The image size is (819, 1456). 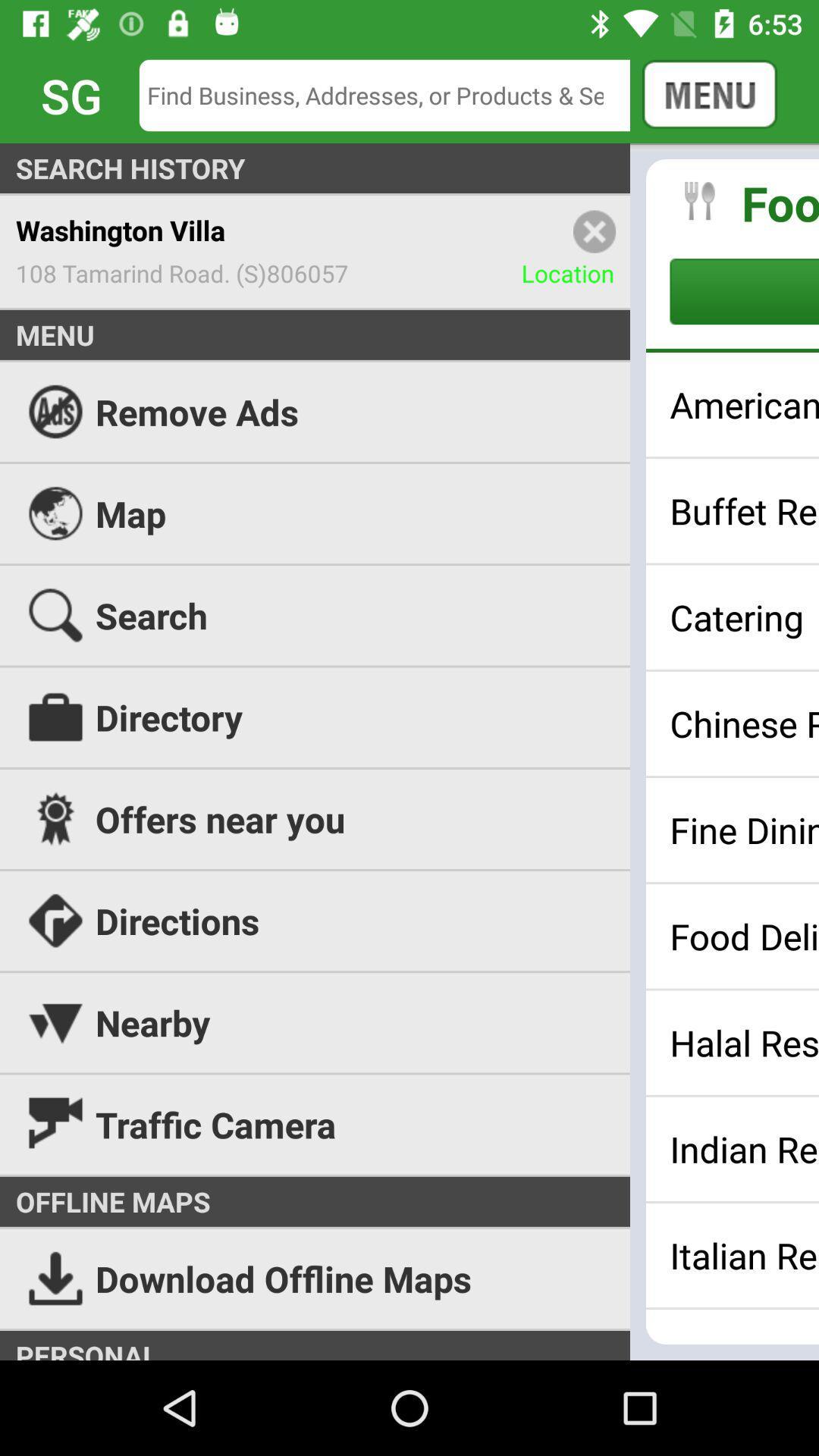 I want to click on item above the nearby icon, so click(x=409, y=920).